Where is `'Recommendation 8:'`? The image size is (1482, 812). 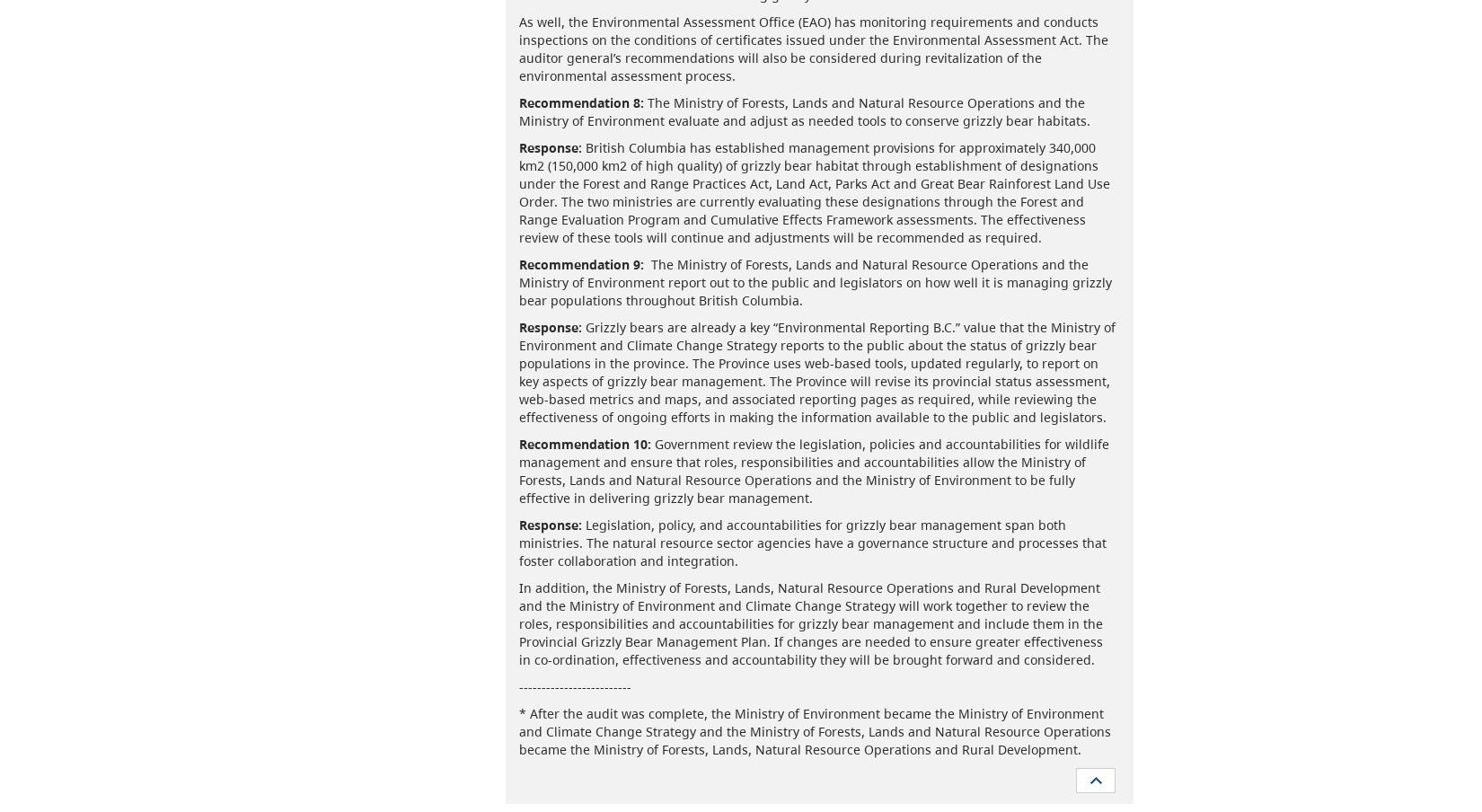 'Recommendation 8:' is located at coordinates (579, 101).